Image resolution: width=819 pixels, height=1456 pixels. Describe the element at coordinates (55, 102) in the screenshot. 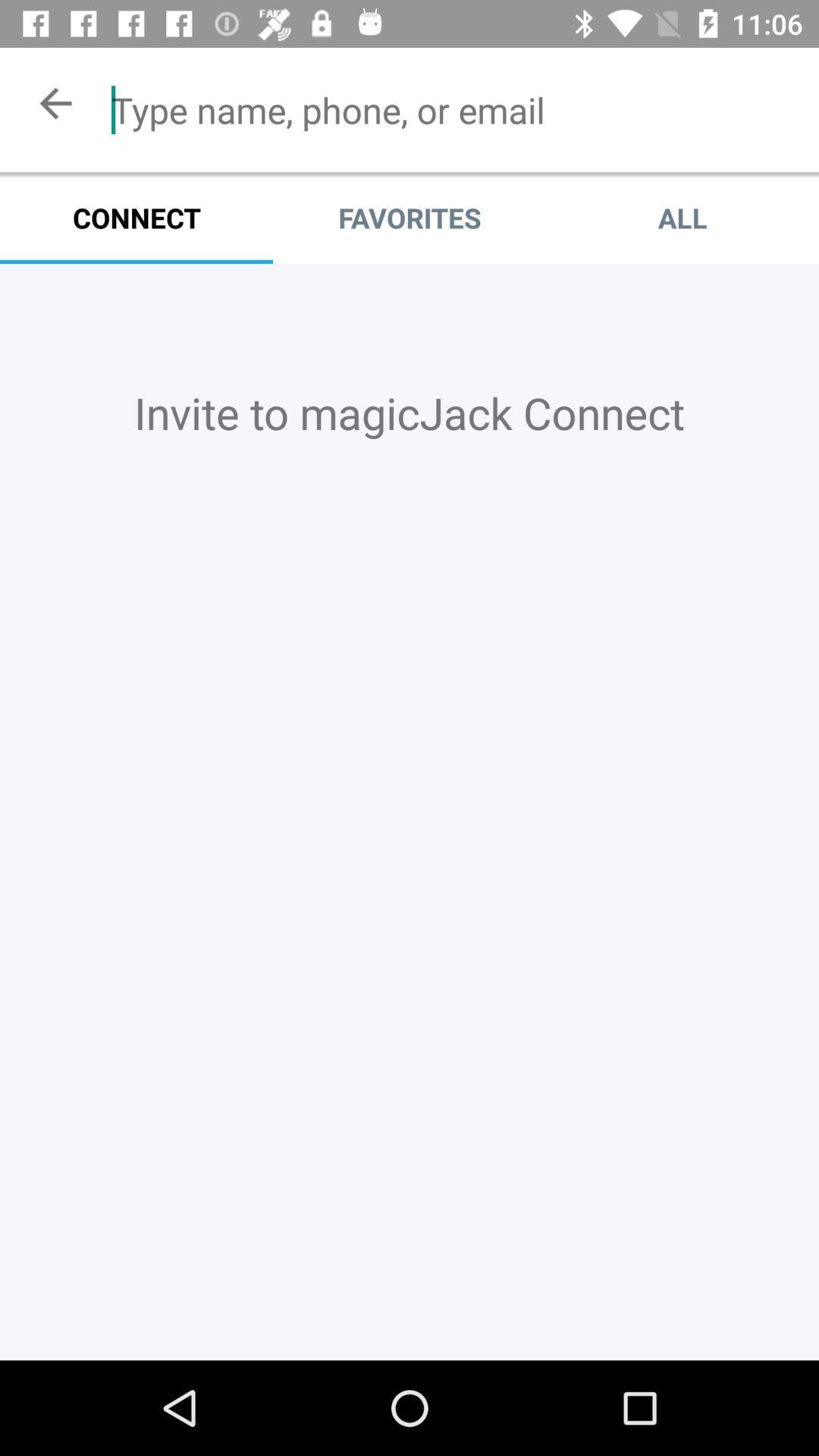

I see `item above connect` at that location.